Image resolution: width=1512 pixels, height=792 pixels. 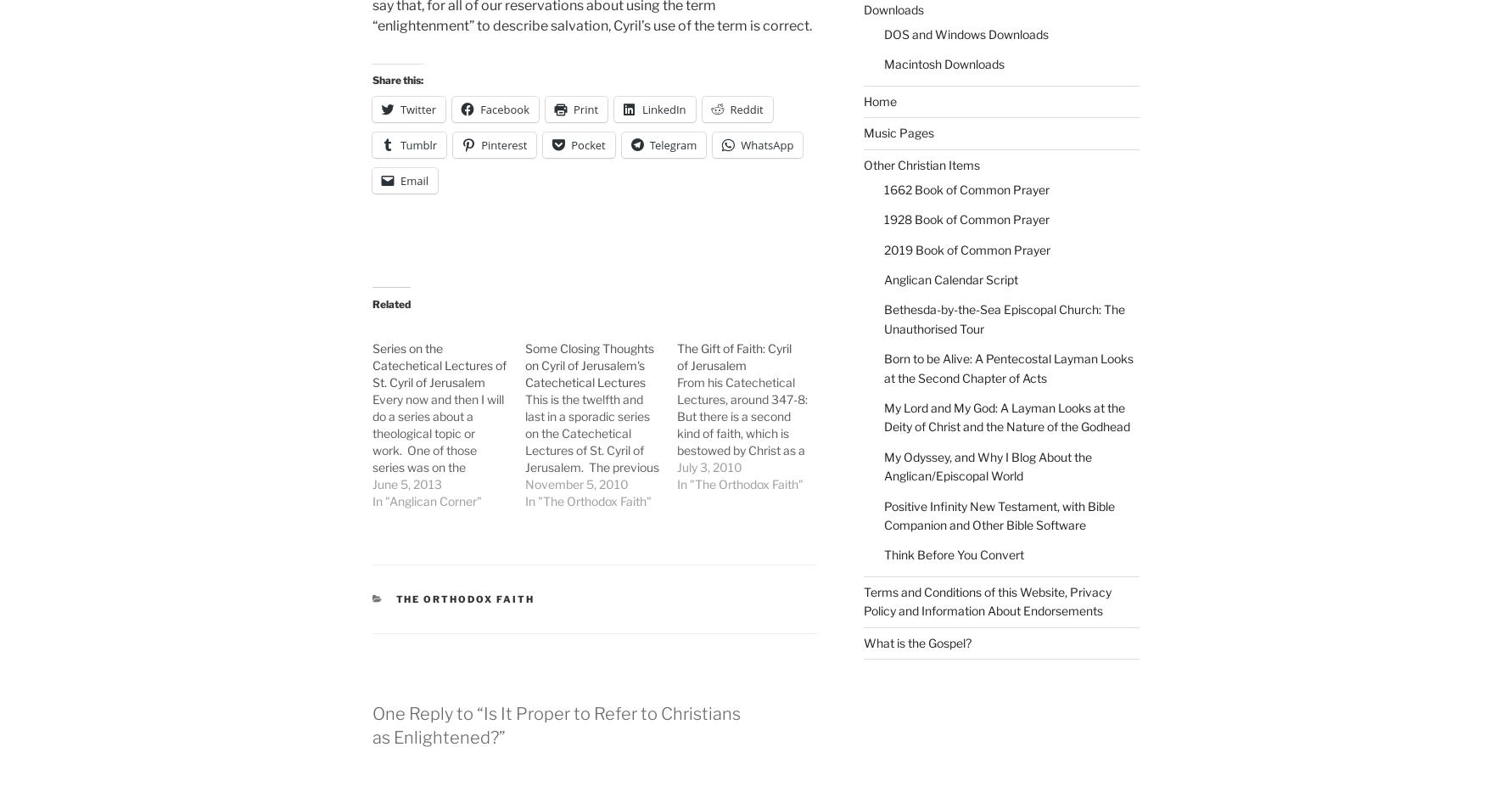 What do you see at coordinates (503, 143) in the screenshot?
I see `'Pinterest'` at bounding box center [503, 143].